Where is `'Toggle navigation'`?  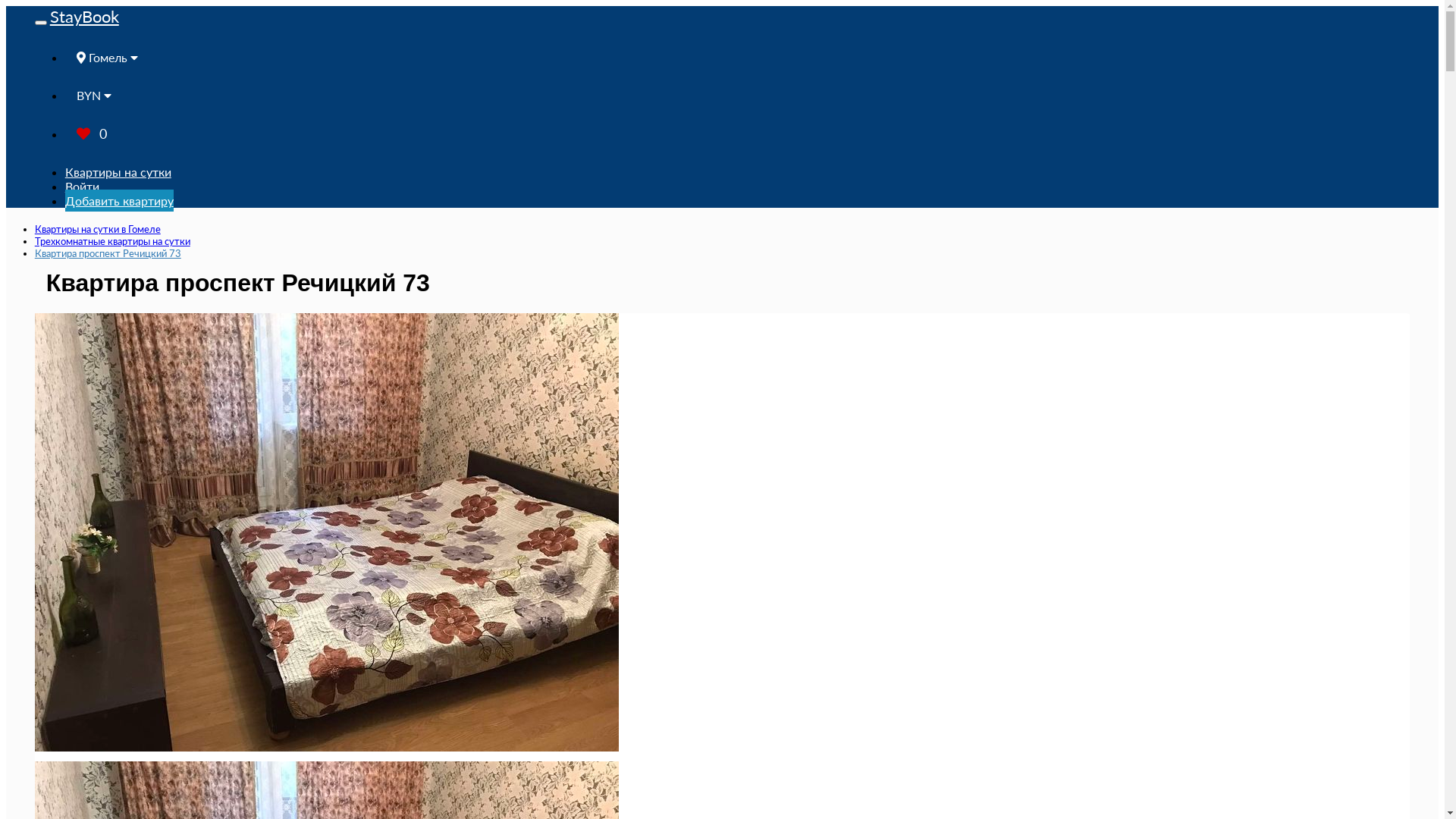 'Toggle navigation' is located at coordinates (35, 23).